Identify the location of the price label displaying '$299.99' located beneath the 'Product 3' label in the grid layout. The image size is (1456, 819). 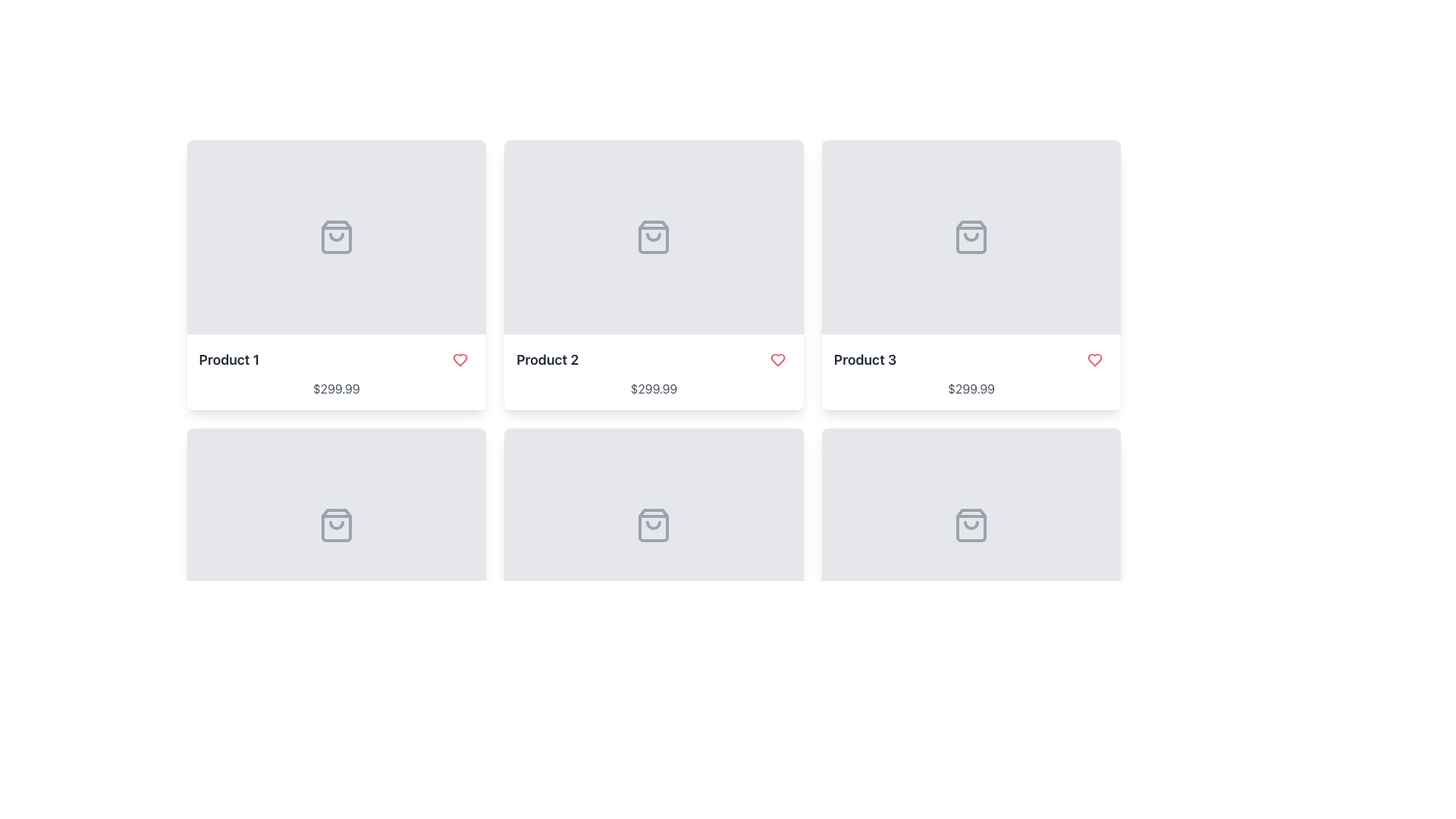
(971, 388).